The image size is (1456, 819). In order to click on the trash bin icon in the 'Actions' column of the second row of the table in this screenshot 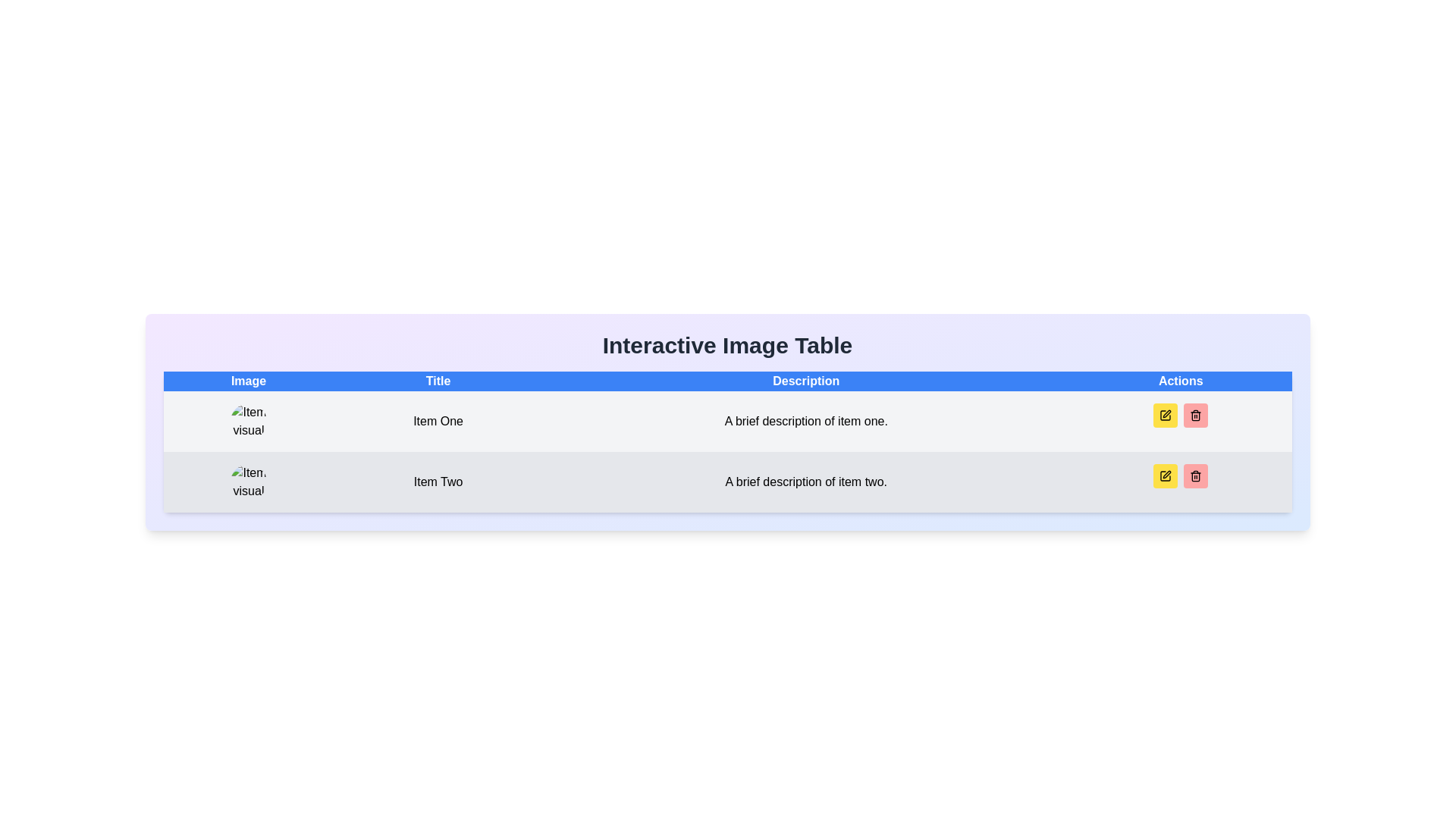, I will do `click(1195, 475)`.